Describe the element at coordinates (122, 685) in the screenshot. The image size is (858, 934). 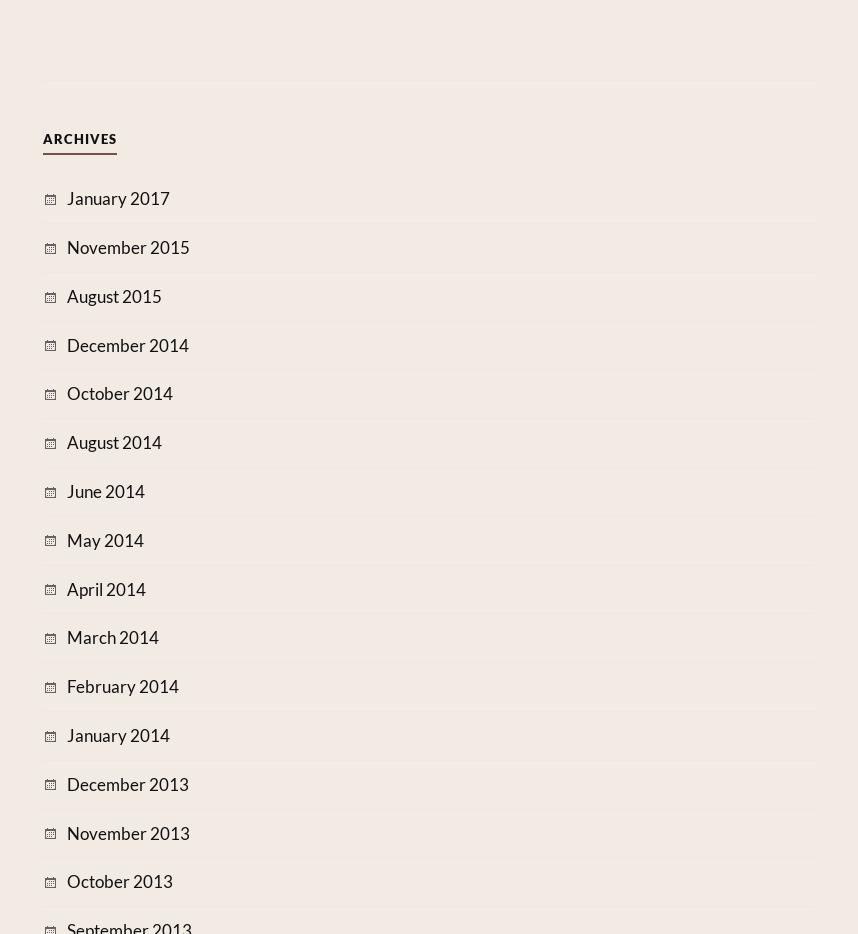
I see `'February 2014'` at that location.